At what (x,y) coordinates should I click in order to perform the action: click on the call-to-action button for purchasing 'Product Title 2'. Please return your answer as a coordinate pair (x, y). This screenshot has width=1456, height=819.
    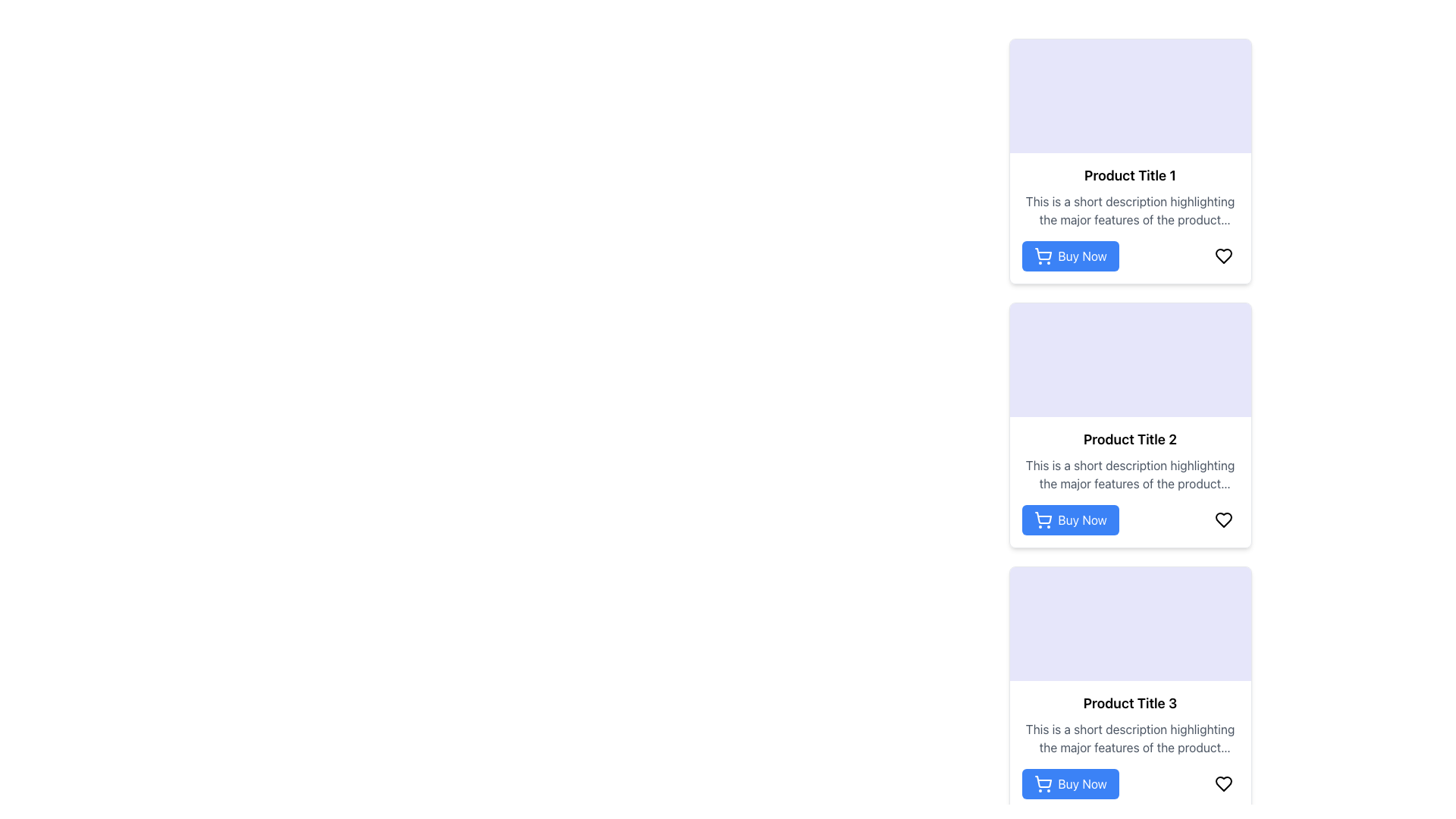
    Looking at the image, I should click on (1130, 519).